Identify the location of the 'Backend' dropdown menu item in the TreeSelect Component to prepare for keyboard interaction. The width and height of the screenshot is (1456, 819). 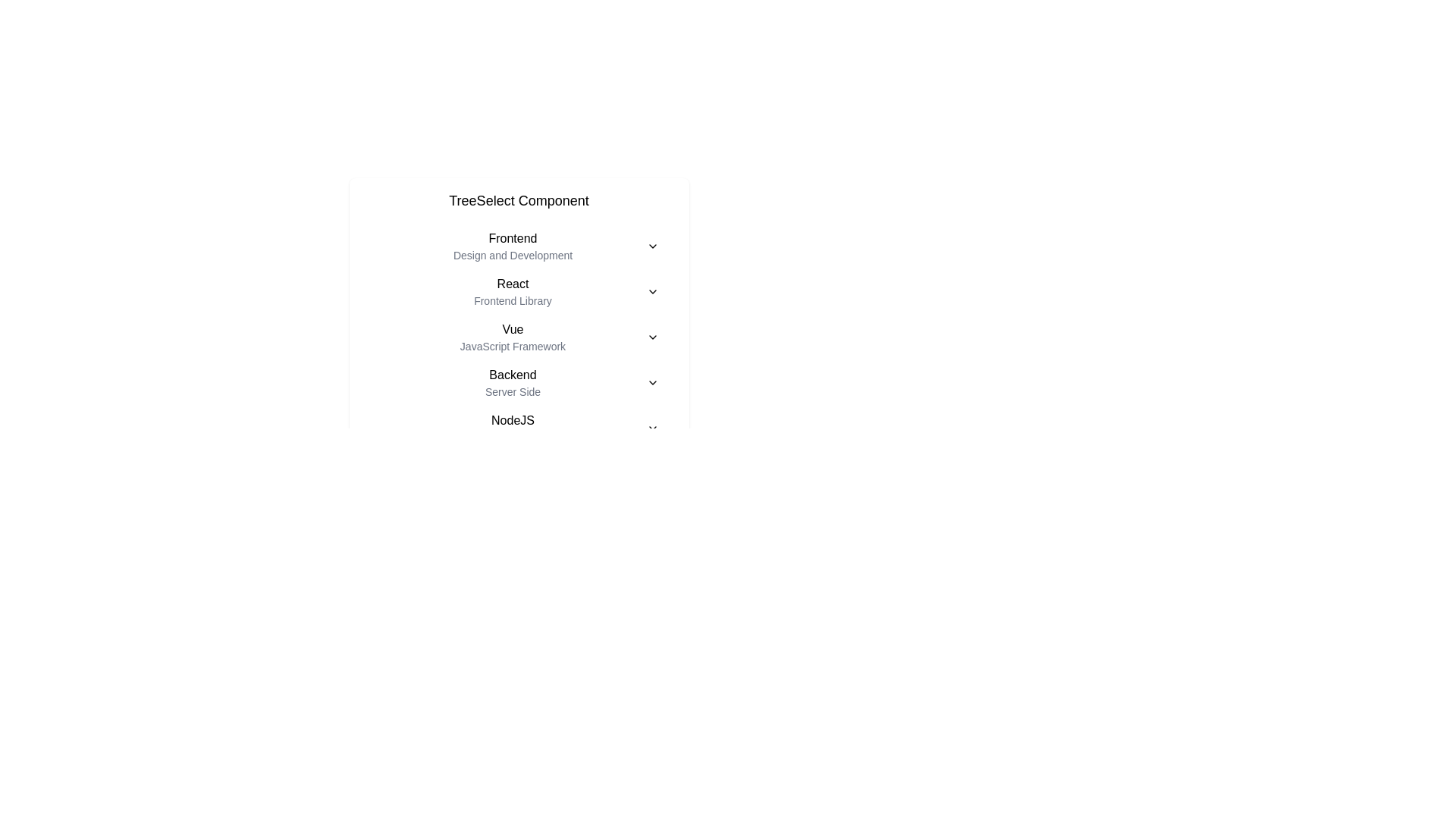
(519, 382).